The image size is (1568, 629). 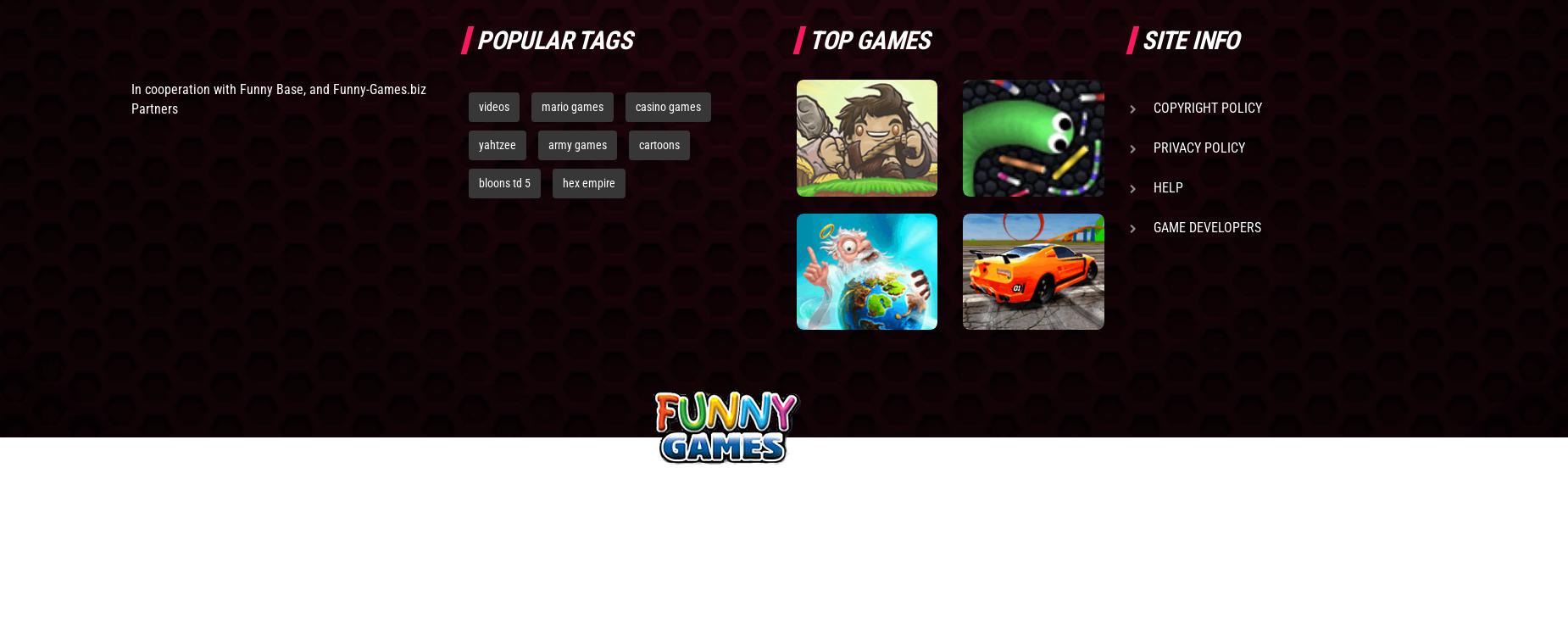 I want to click on 'Help', so click(x=1166, y=186).